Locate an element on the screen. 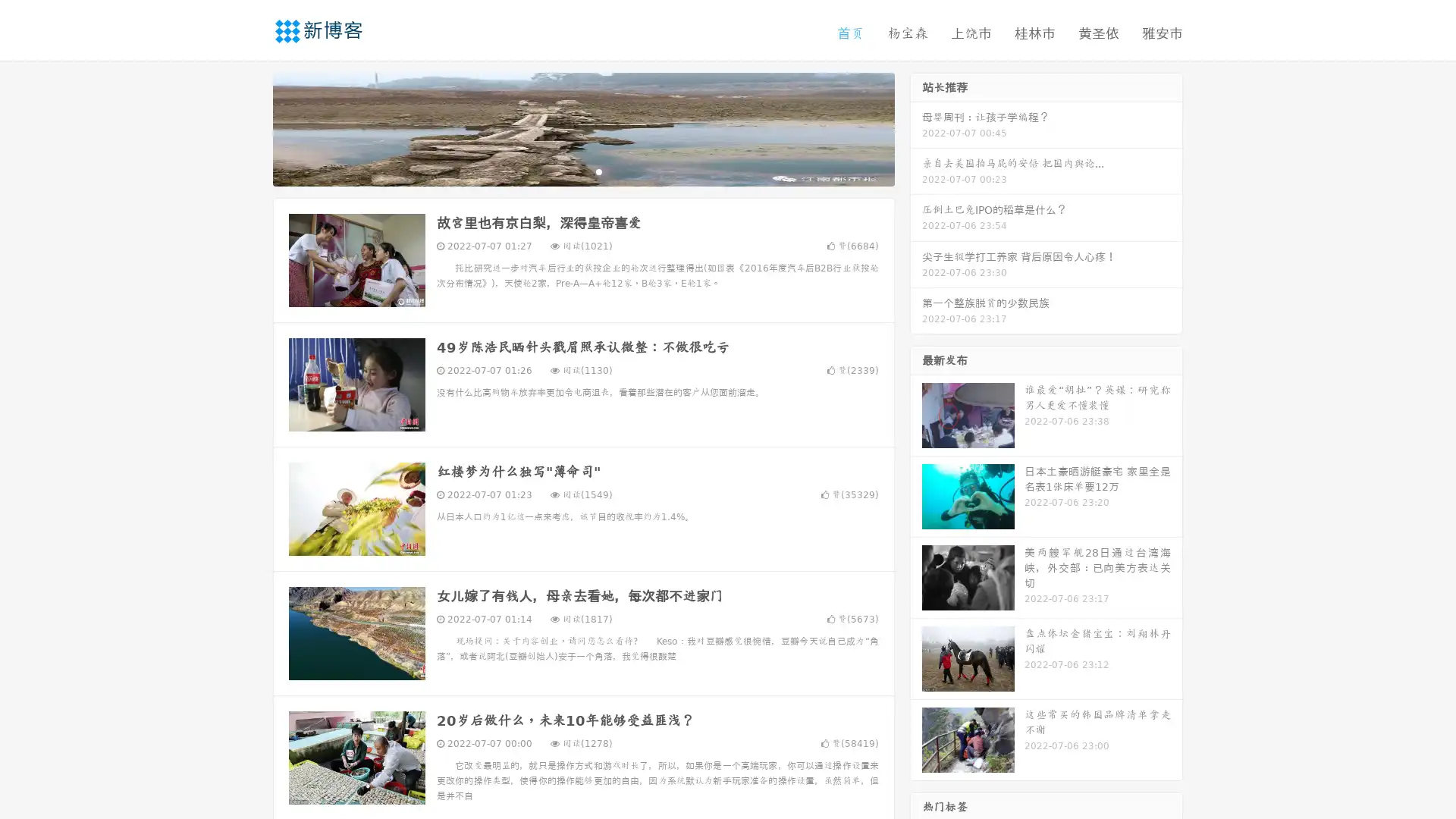  Go to slide 2 is located at coordinates (582, 171).